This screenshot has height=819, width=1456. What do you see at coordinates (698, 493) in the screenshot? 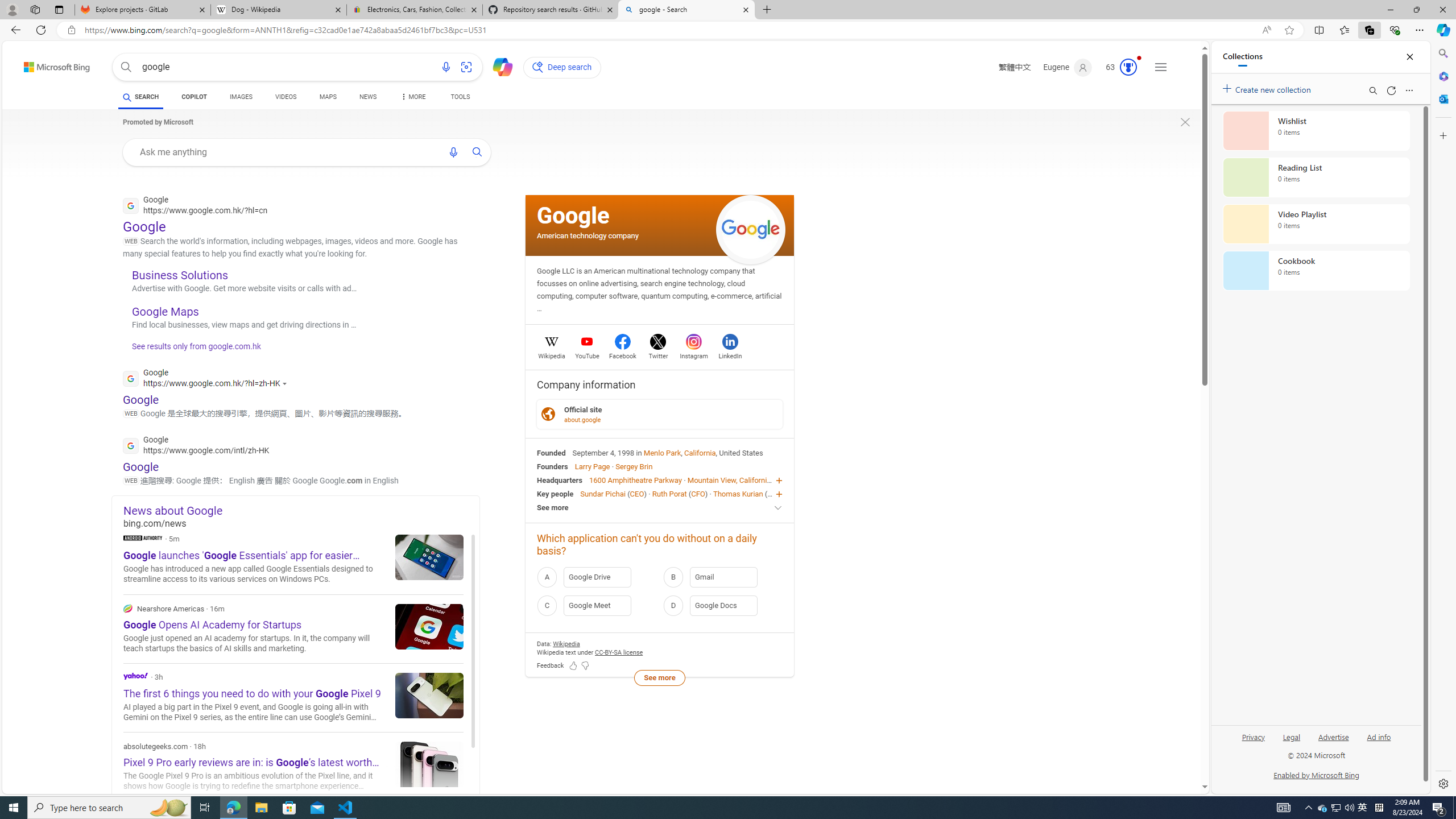
I see `'CFO'` at bounding box center [698, 493].